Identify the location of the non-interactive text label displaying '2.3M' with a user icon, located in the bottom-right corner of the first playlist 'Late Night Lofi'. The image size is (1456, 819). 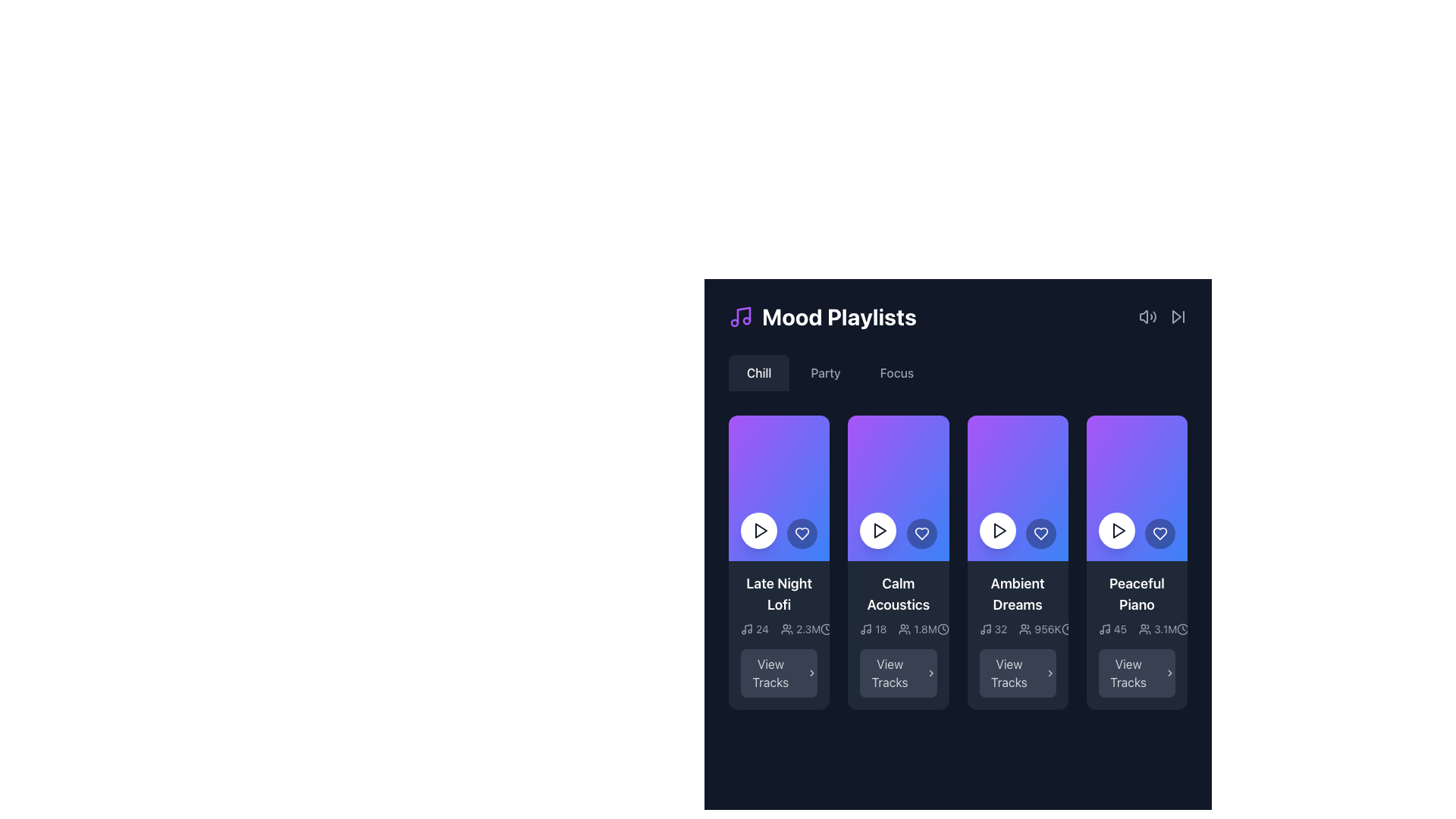
(780, 629).